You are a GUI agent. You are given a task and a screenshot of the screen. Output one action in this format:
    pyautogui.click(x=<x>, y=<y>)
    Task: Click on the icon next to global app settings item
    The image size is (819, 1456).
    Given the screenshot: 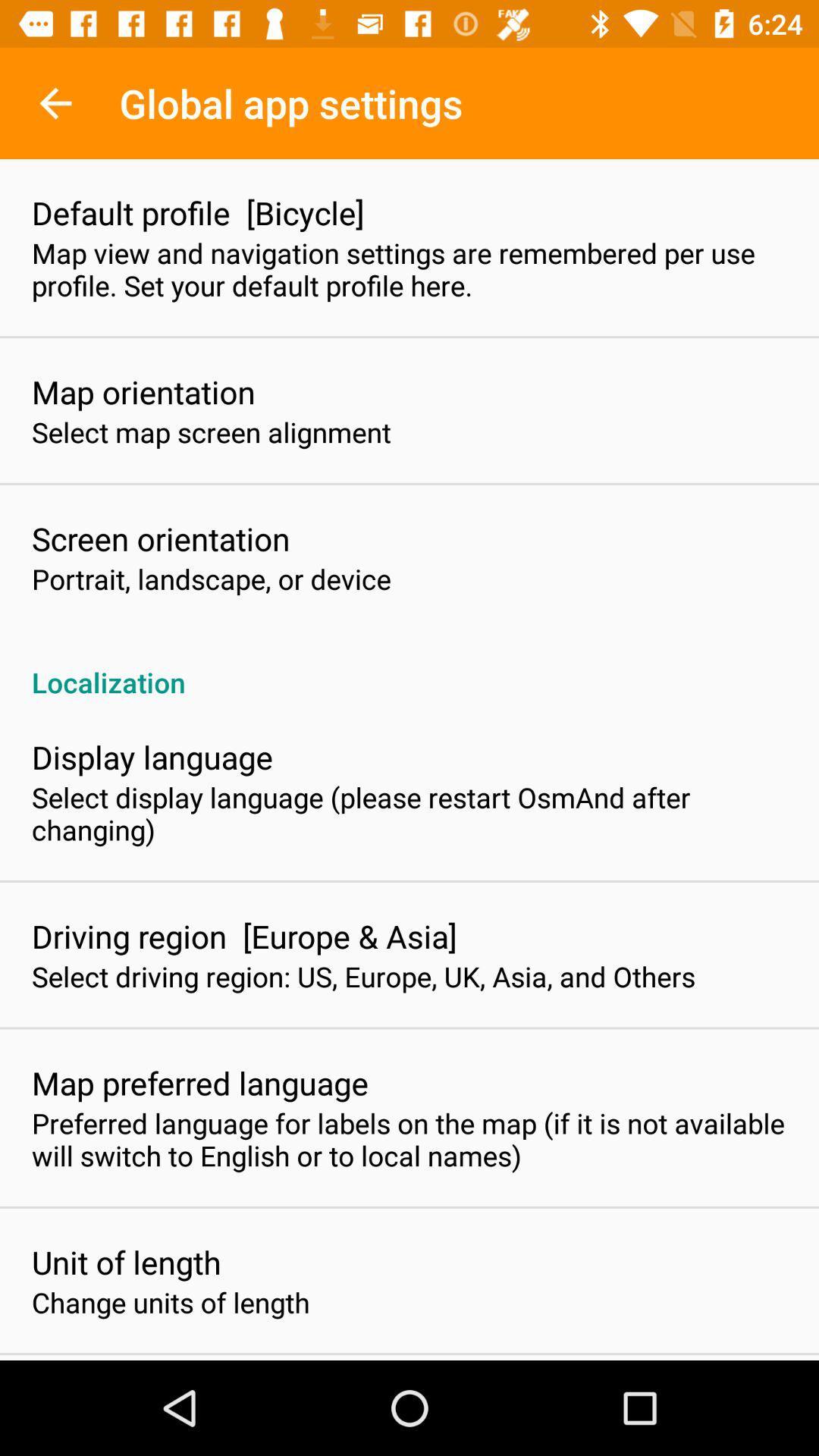 What is the action you would take?
    pyautogui.click(x=55, y=102)
    